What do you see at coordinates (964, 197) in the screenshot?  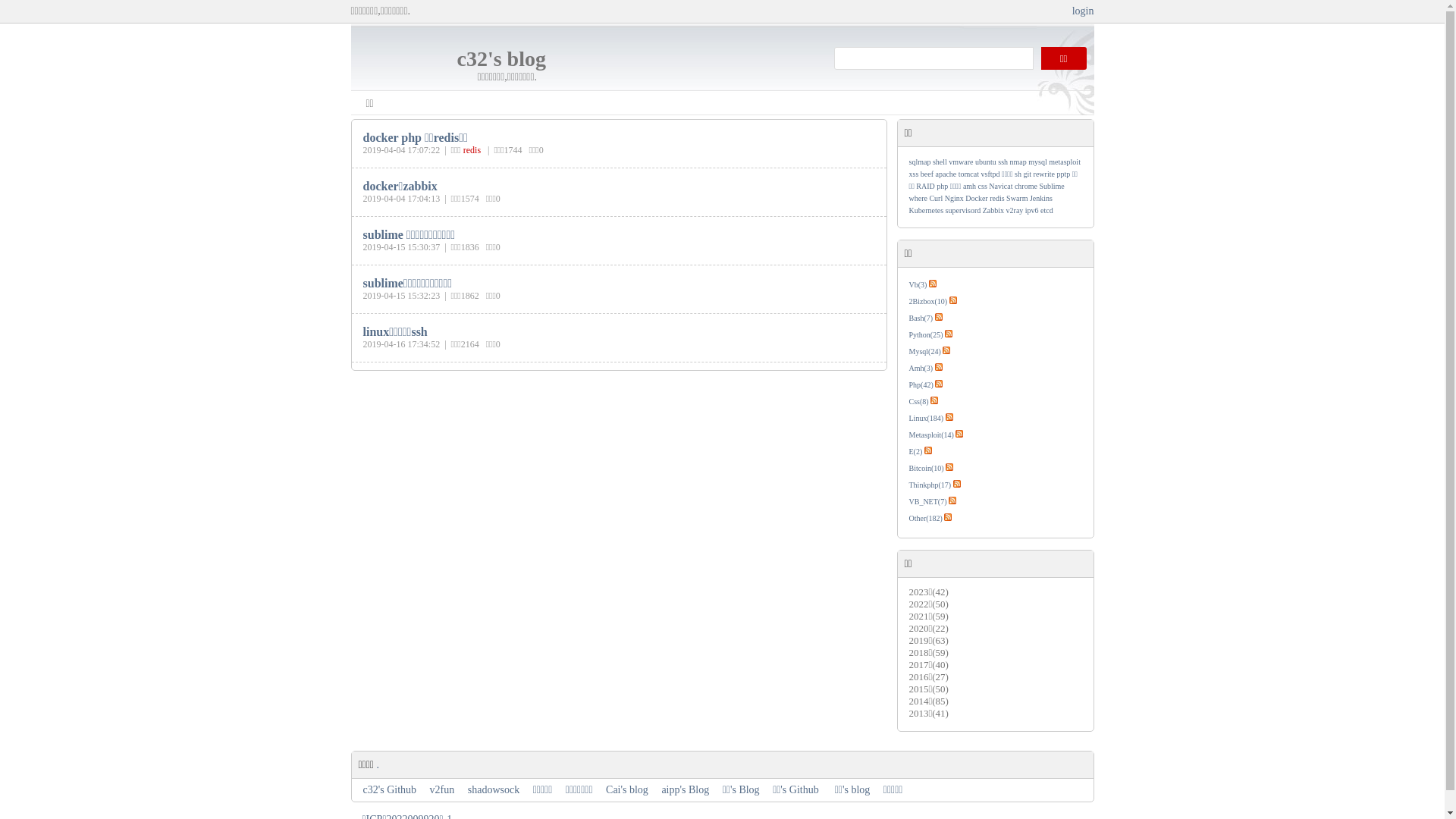 I see `'Docker'` at bounding box center [964, 197].